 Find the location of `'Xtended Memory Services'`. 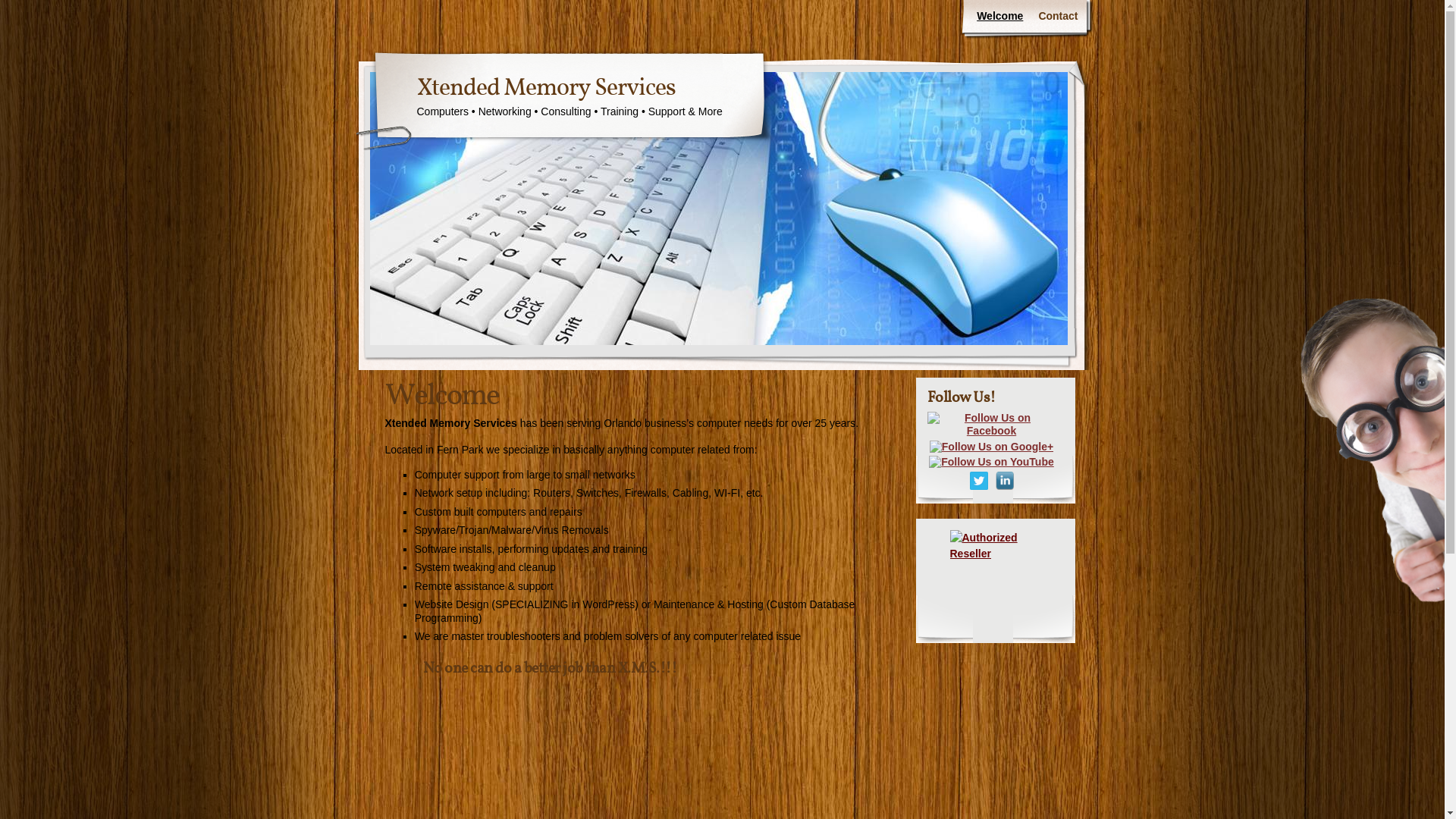

'Xtended Memory Services' is located at coordinates (546, 88).